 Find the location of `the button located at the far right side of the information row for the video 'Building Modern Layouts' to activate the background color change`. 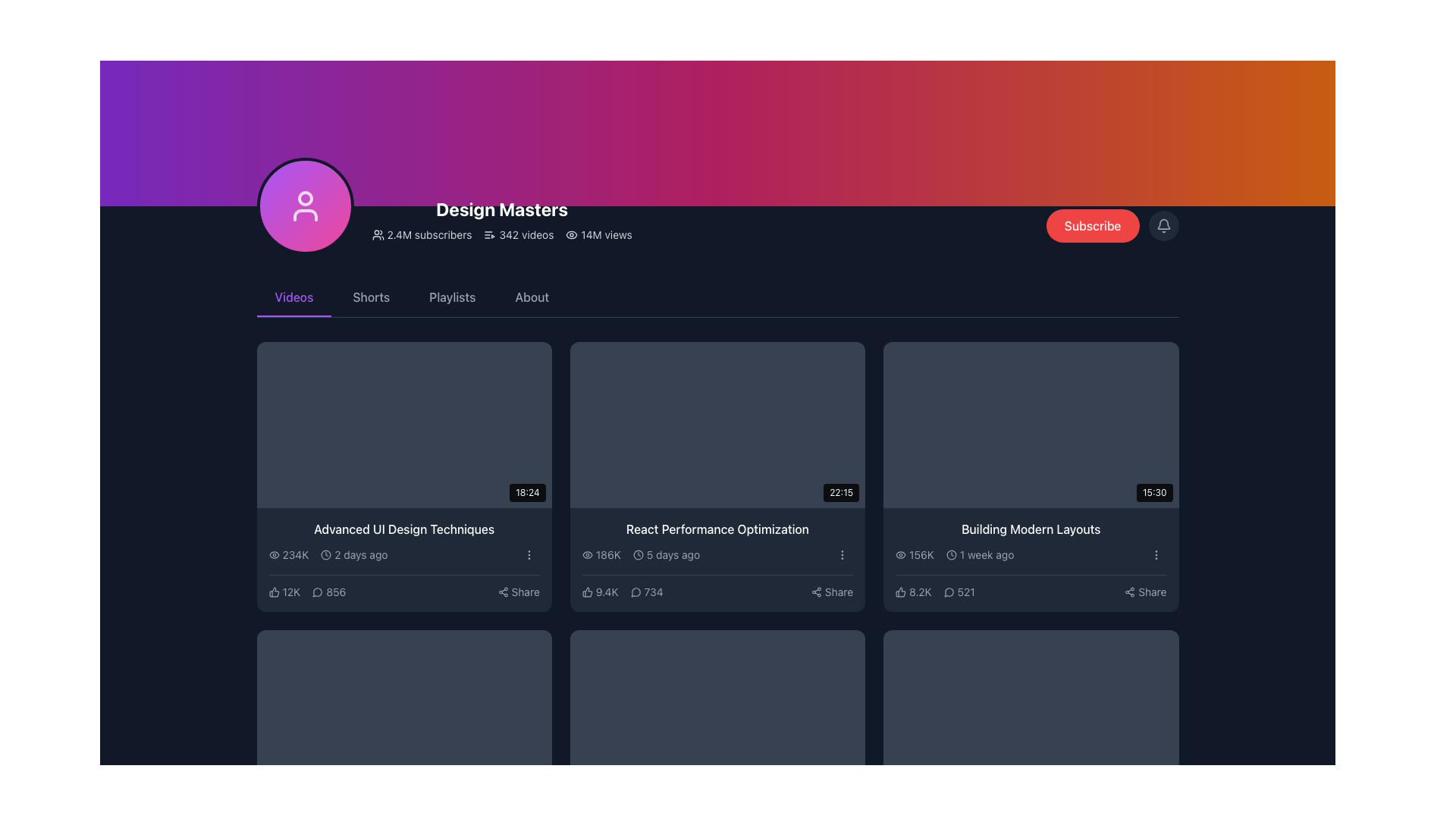

the button located at the far right side of the information row for the video 'Building Modern Layouts' to activate the background color change is located at coordinates (1155, 555).